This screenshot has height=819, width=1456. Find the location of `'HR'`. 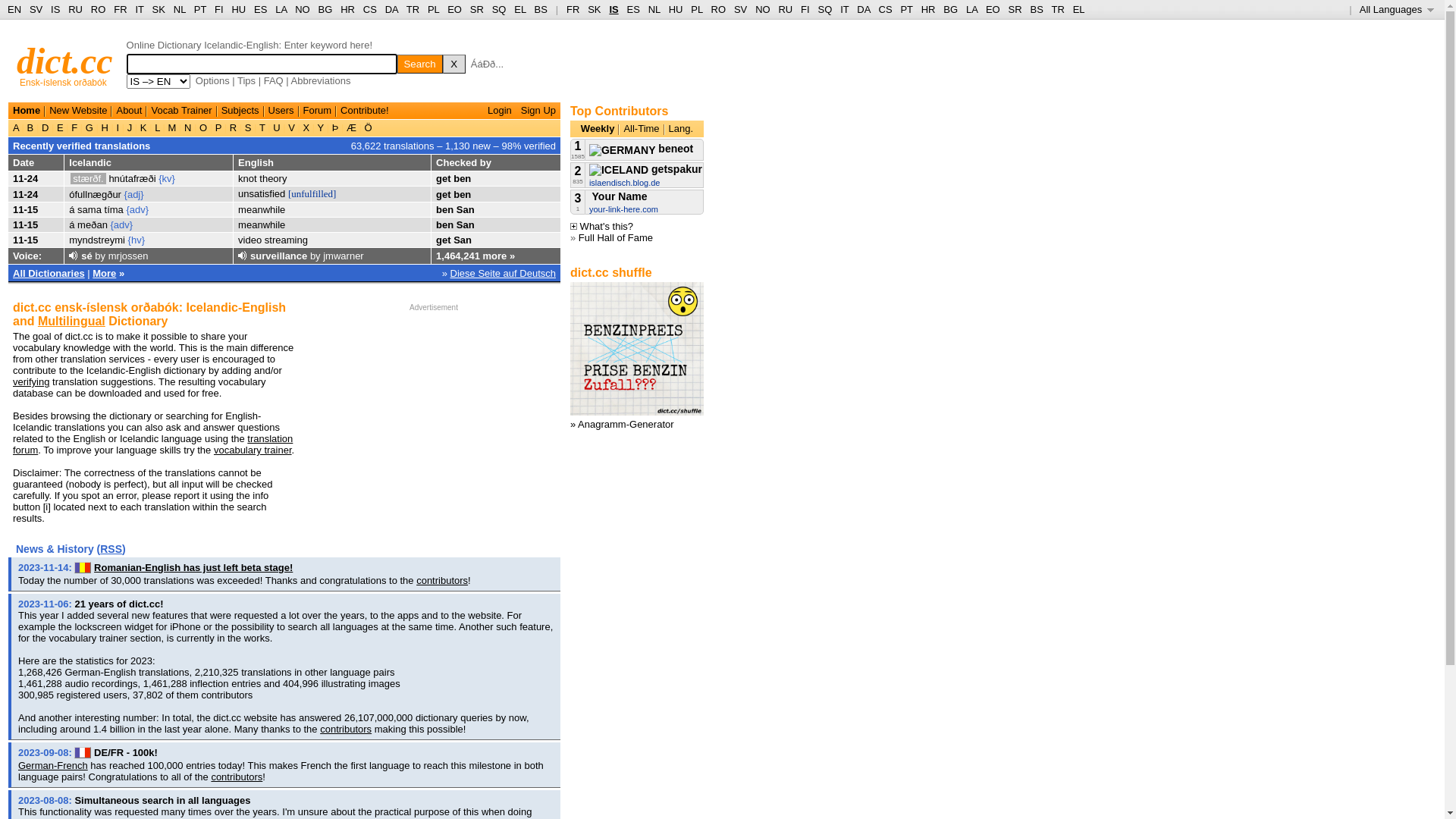

'HR' is located at coordinates (347, 9).